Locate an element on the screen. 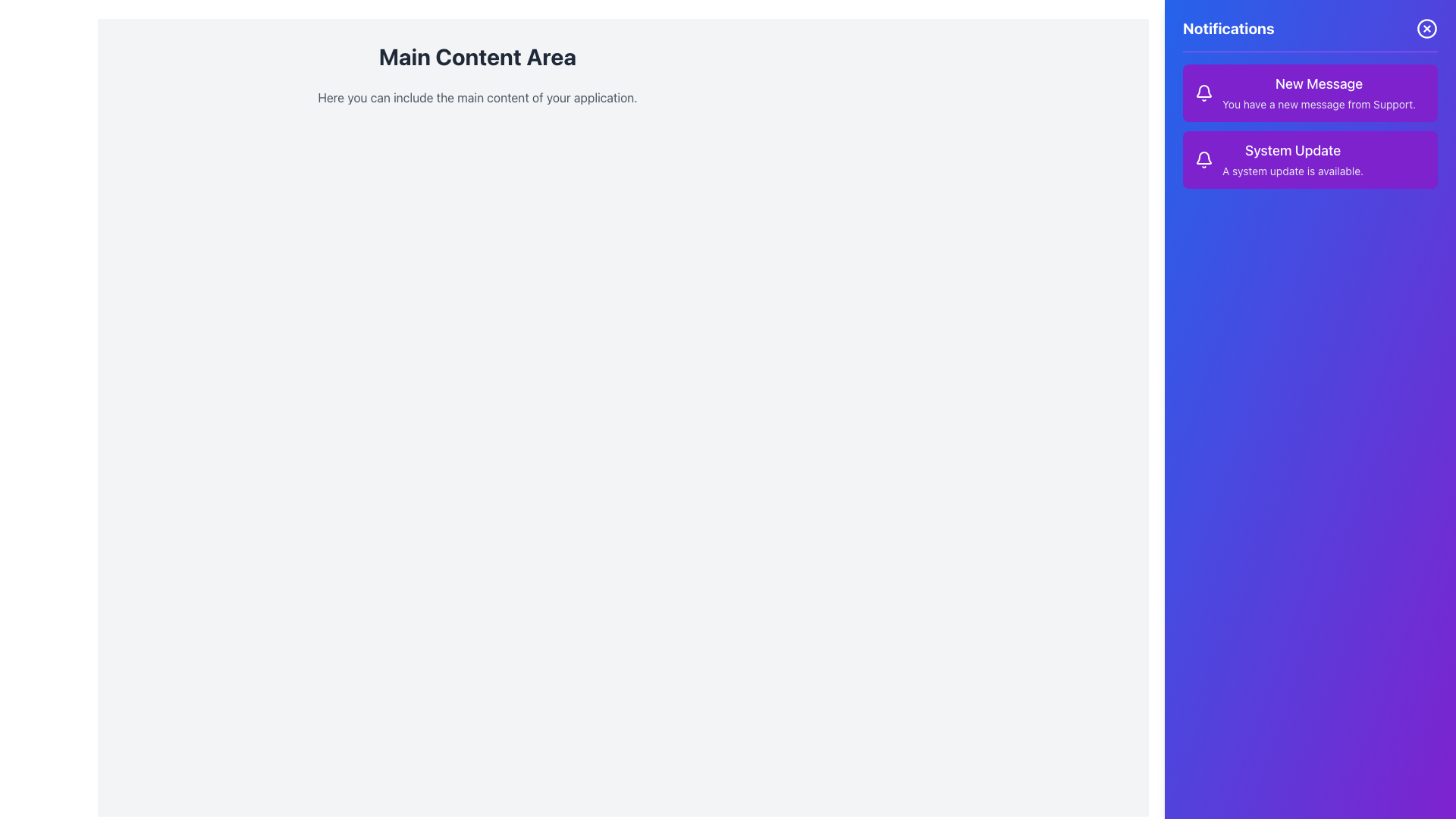 This screenshot has height=819, width=1456. the 'New Message' text label located at the top of the notification card in the 'Notifications' panel on the right side of the interface is located at coordinates (1318, 84).